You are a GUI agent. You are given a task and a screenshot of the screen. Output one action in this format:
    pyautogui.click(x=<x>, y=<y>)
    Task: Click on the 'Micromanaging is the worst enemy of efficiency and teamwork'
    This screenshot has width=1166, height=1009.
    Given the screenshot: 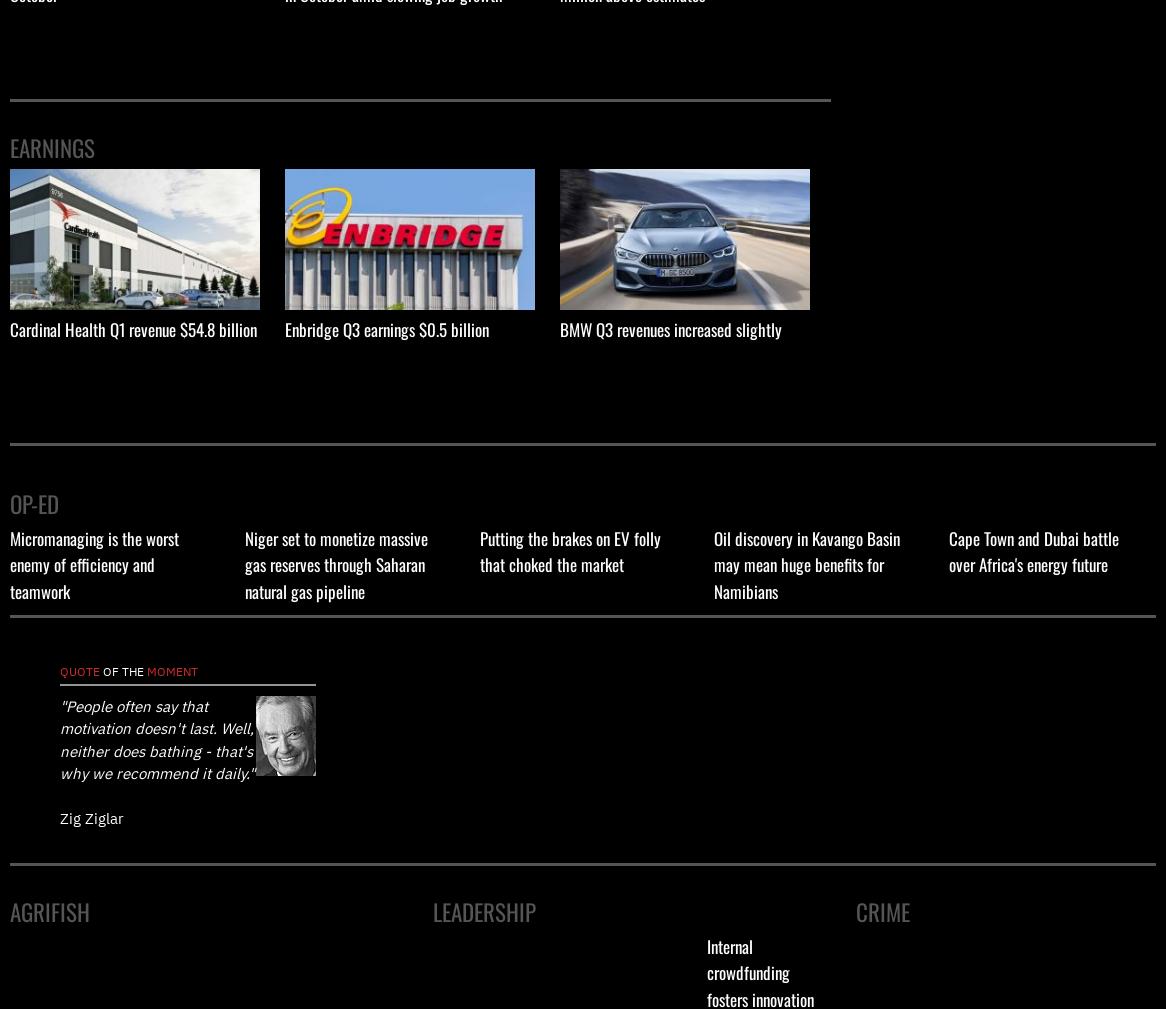 What is the action you would take?
    pyautogui.click(x=93, y=564)
    